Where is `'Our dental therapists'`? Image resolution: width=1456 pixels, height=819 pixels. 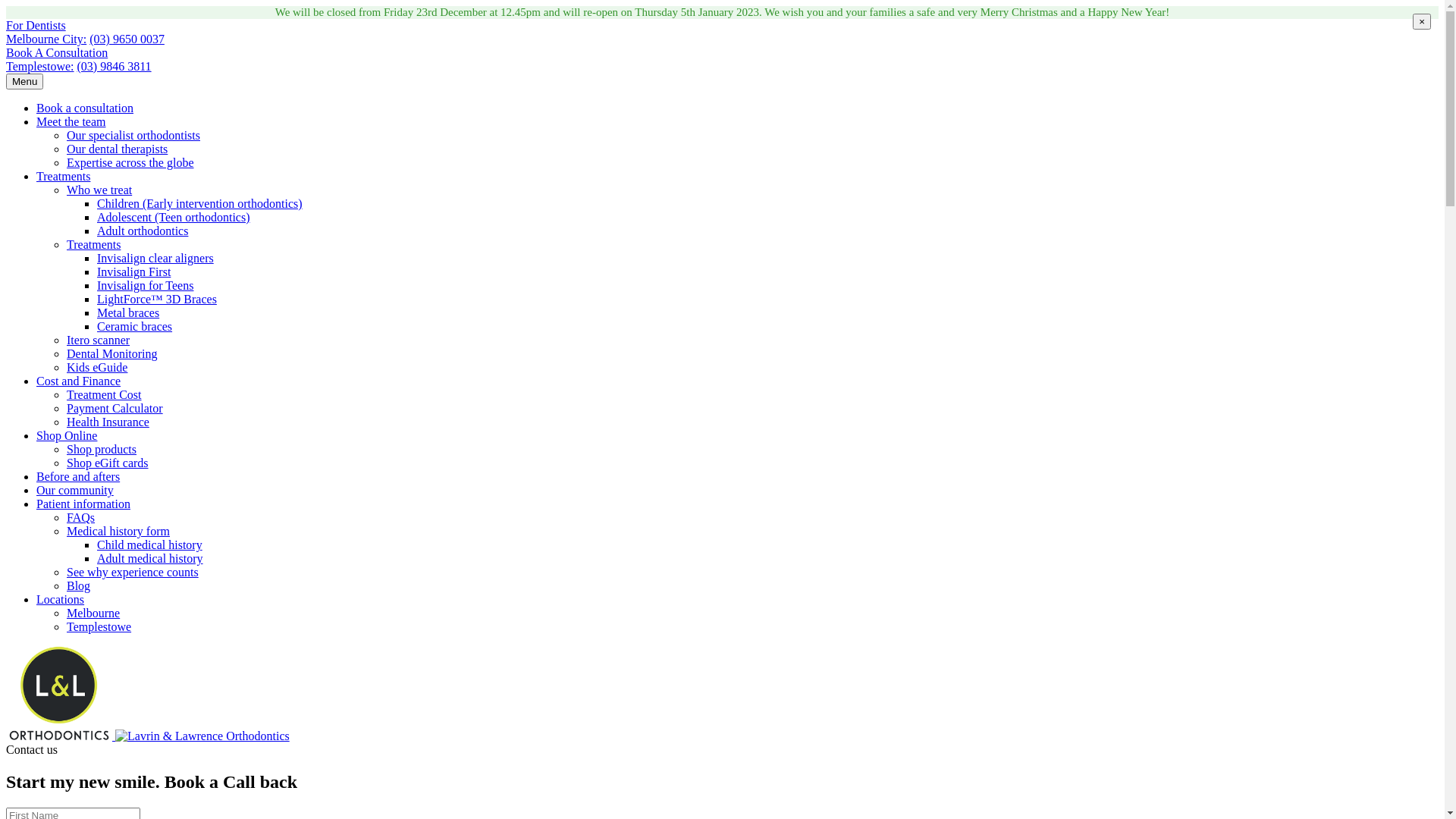 'Our dental therapists' is located at coordinates (116, 149).